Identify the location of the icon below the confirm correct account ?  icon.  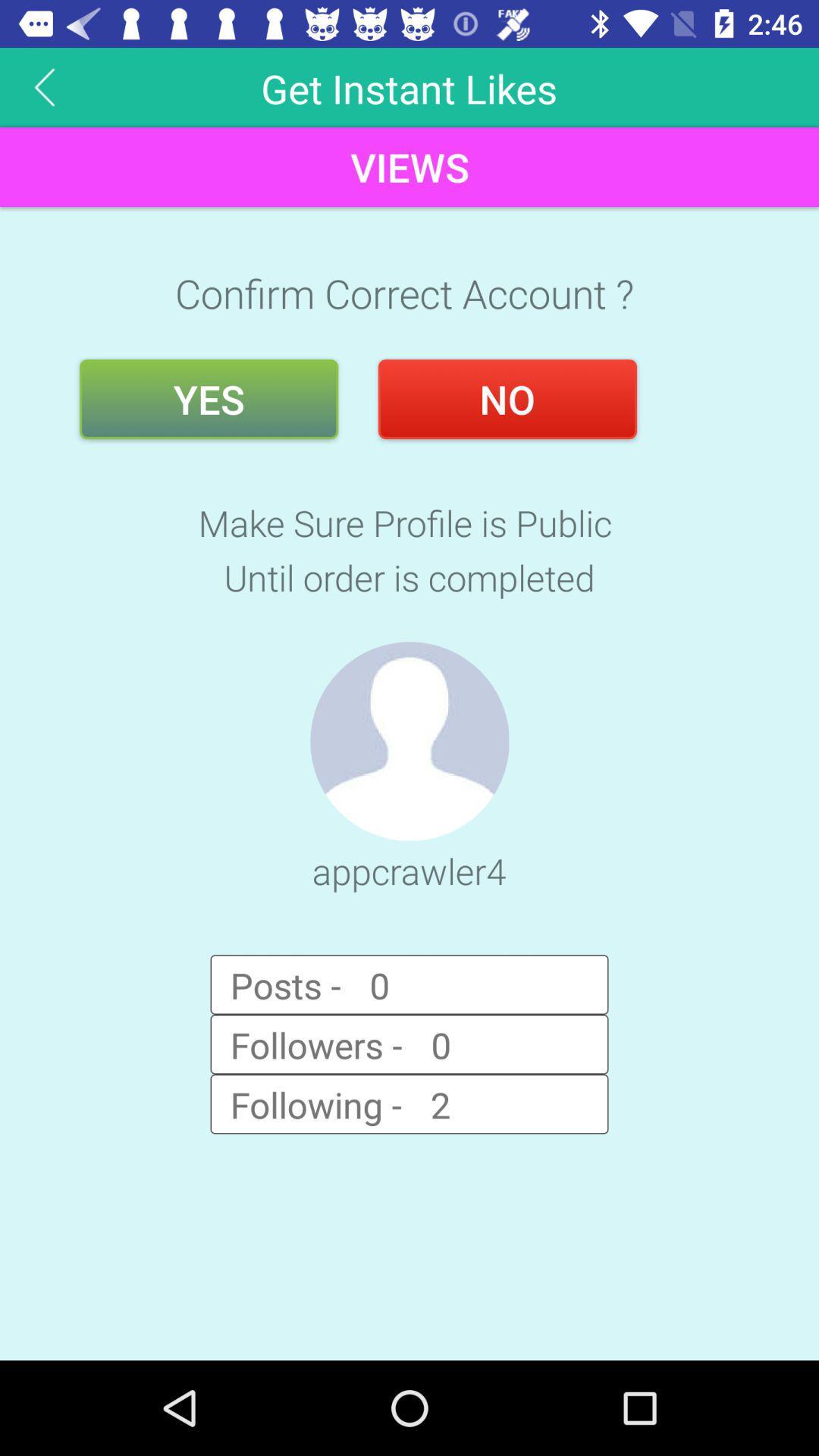
(507, 399).